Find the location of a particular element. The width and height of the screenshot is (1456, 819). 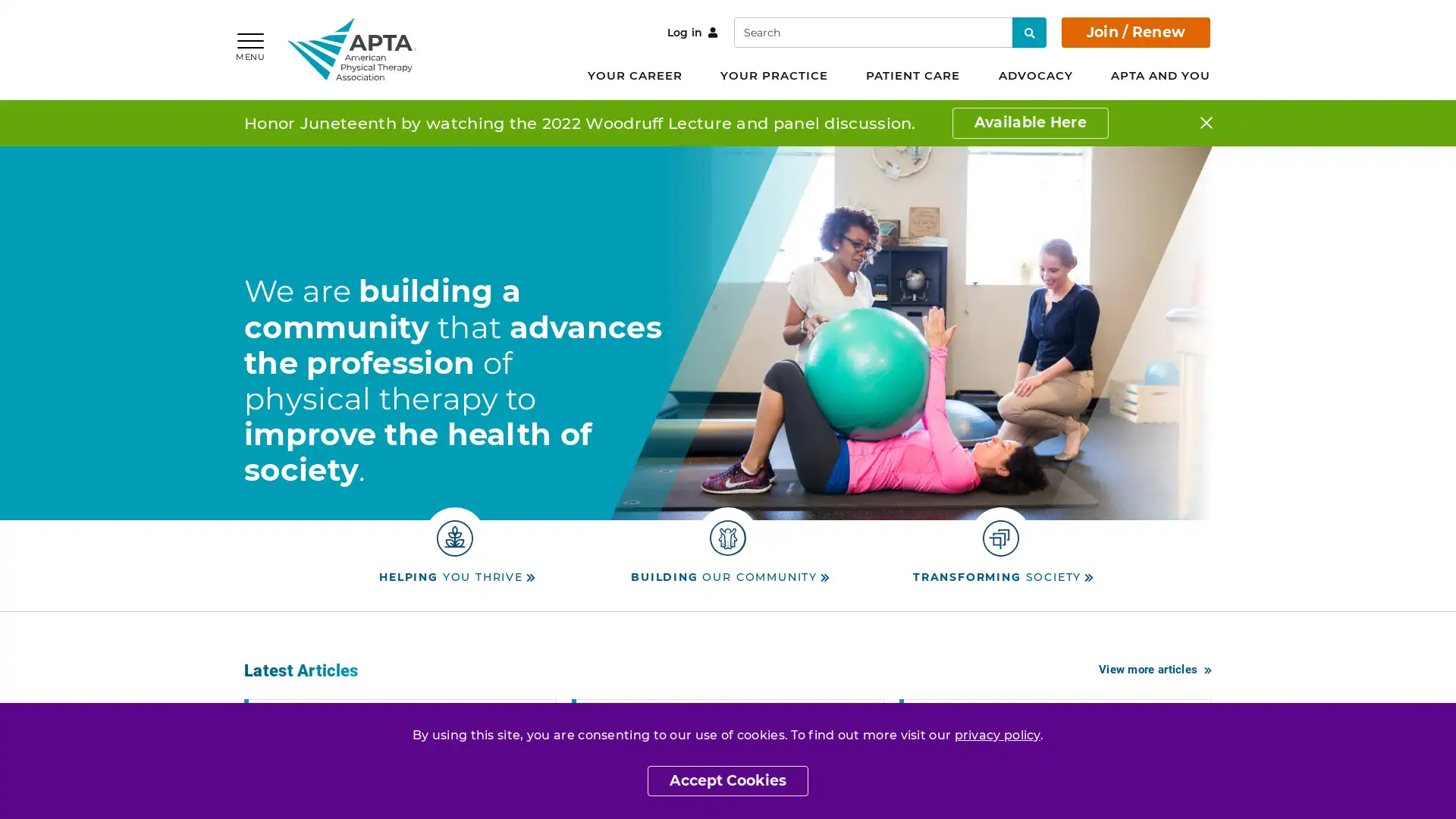

Close is located at coordinates (1205, 121).